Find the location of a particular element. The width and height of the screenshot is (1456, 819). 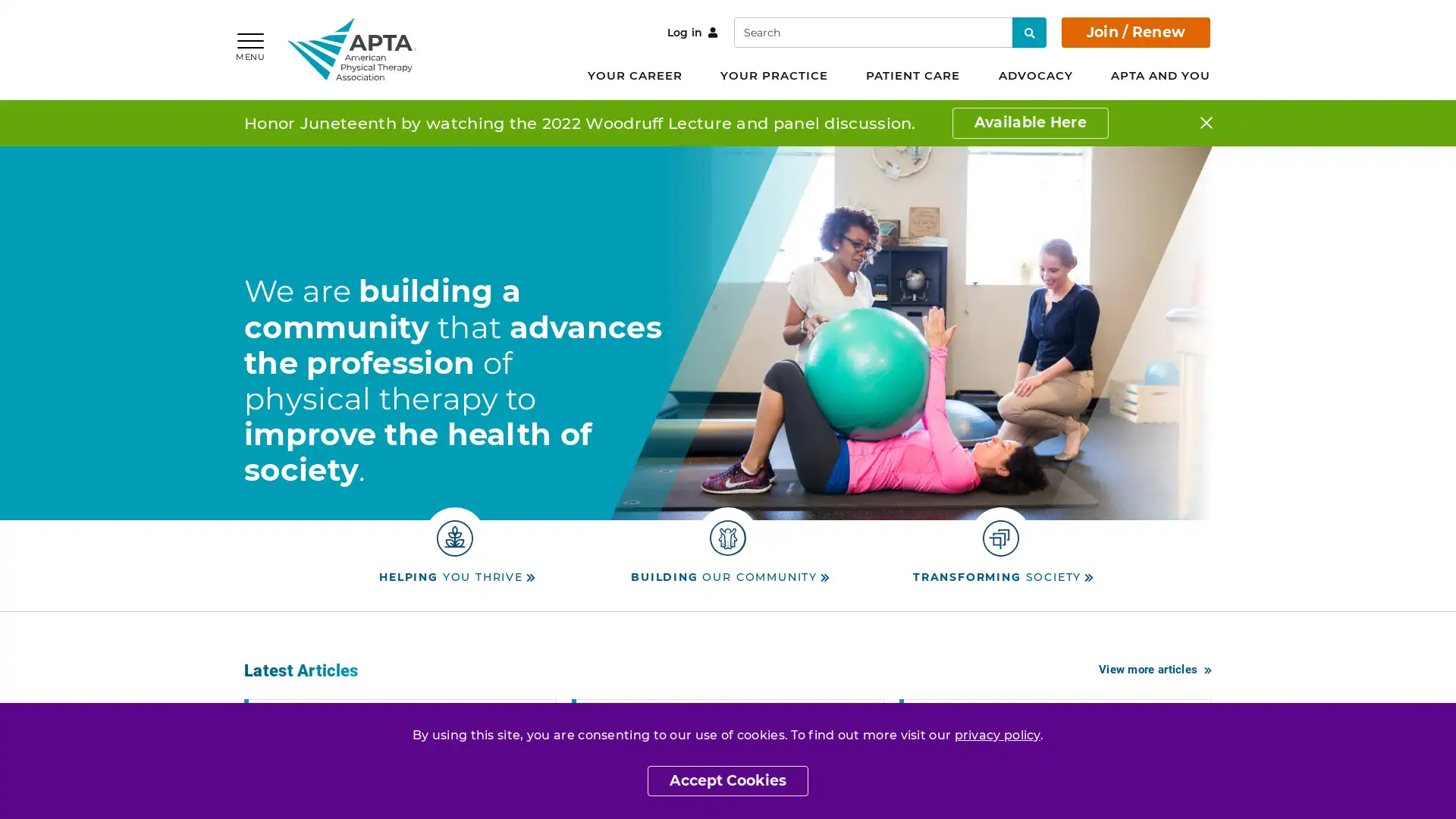

Close is located at coordinates (1205, 121).